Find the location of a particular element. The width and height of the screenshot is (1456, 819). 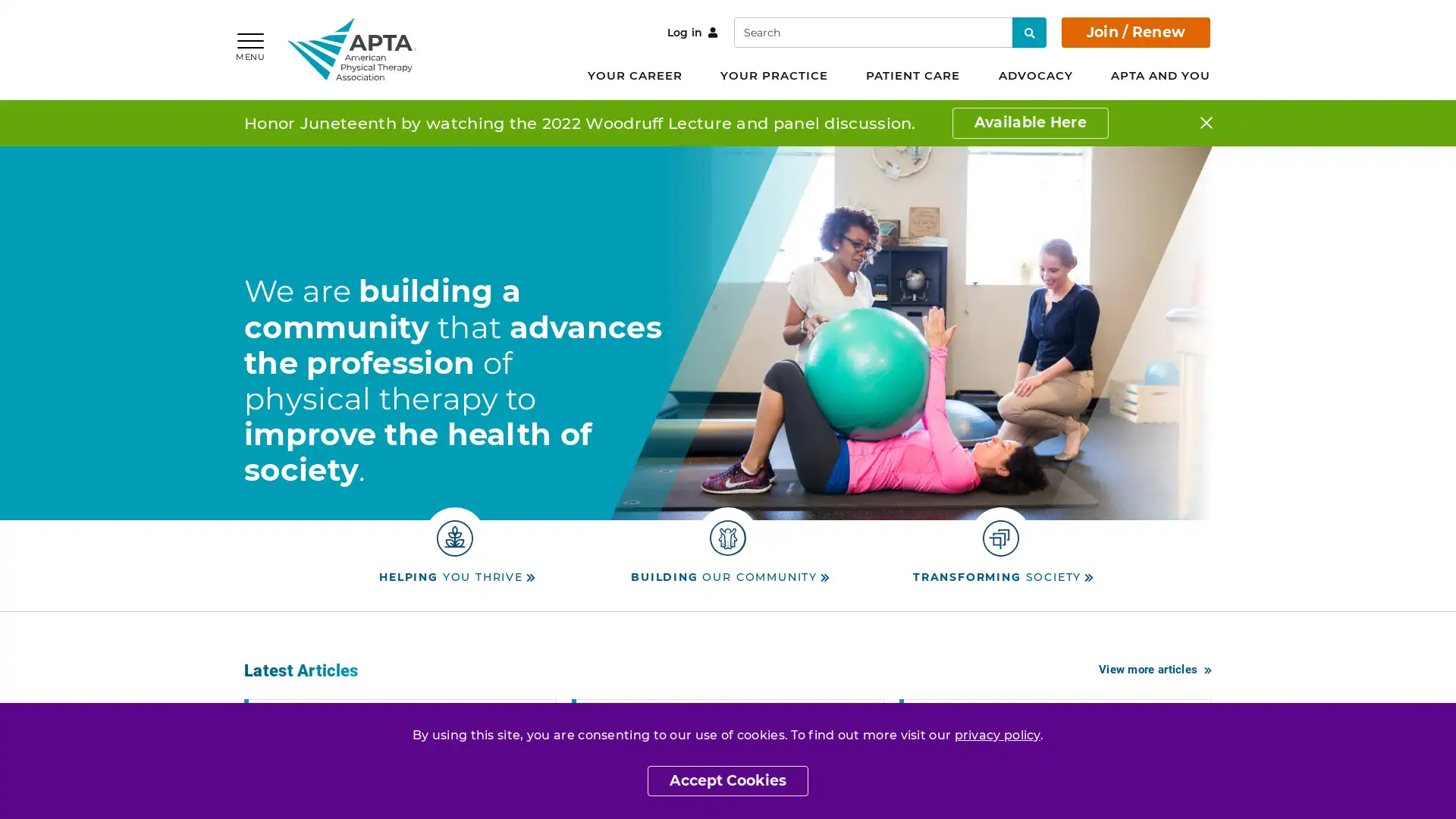

Close is located at coordinates (1205, 121).